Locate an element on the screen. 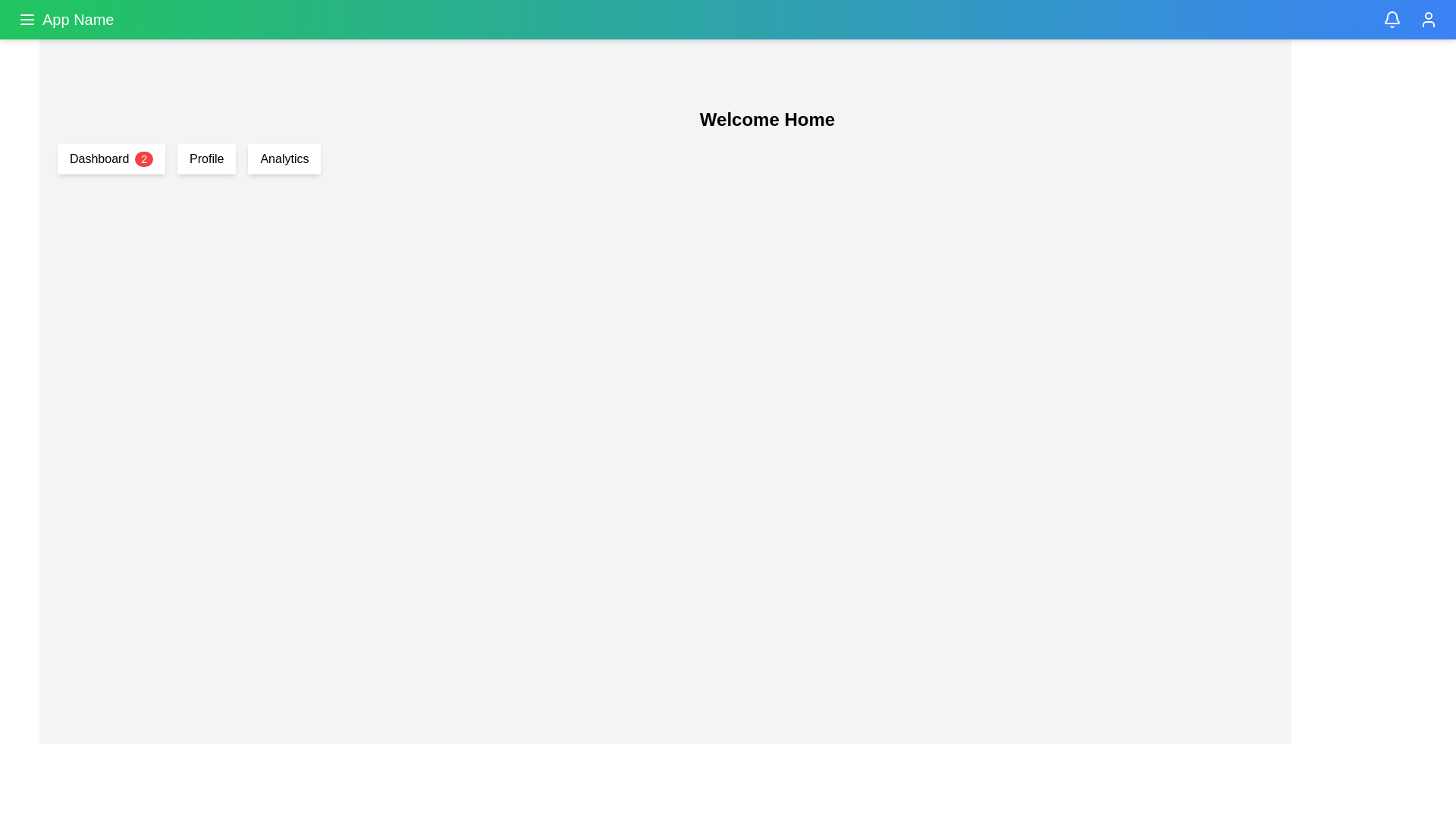 The width and height of the screenshot is (1456, 819). the badge displaying a numeric count next to the 'Dashboard' label is located at coordinates (144, 158).